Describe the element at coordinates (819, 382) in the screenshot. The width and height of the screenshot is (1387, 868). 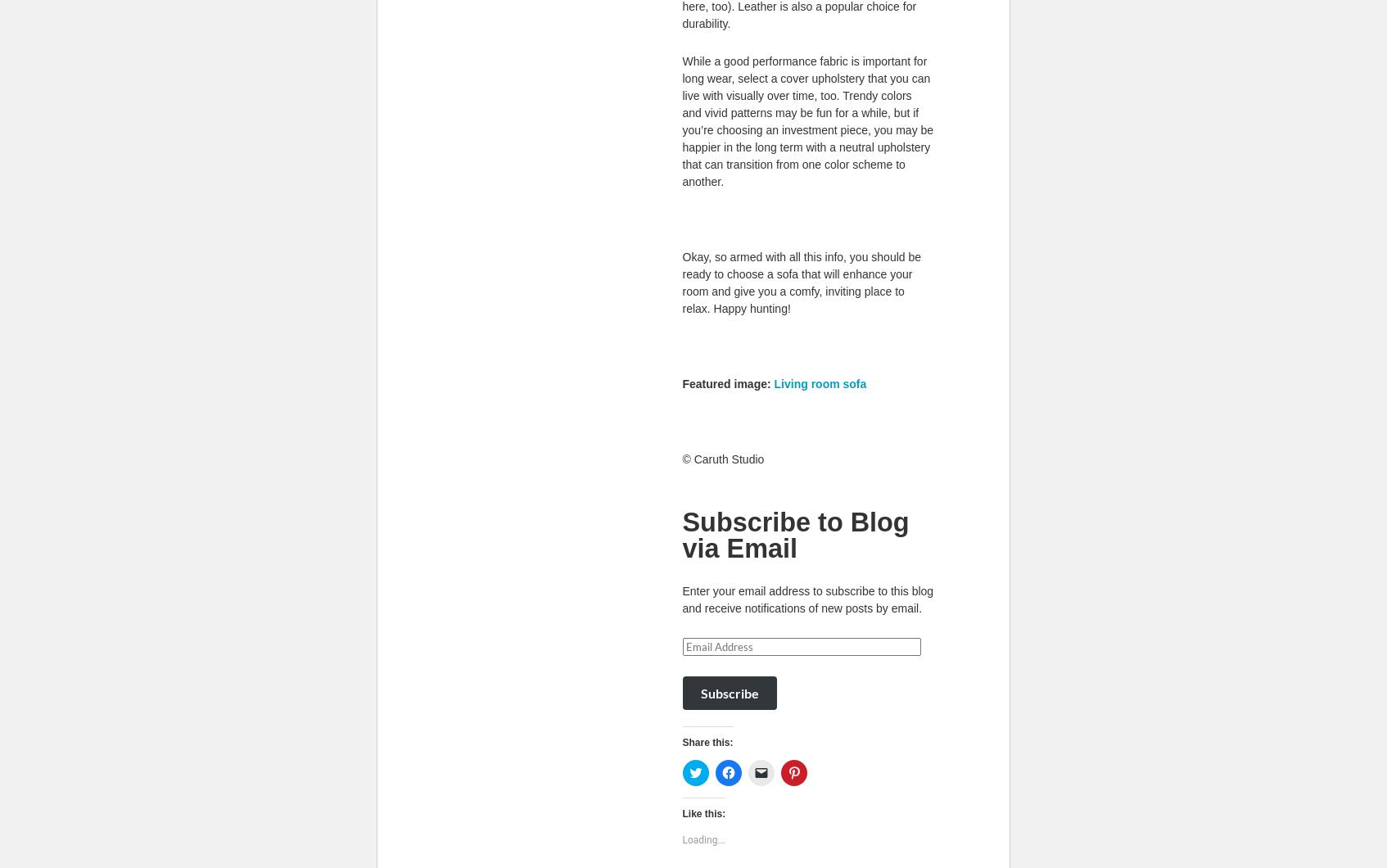
I see `'Living room sofa'` at that location.